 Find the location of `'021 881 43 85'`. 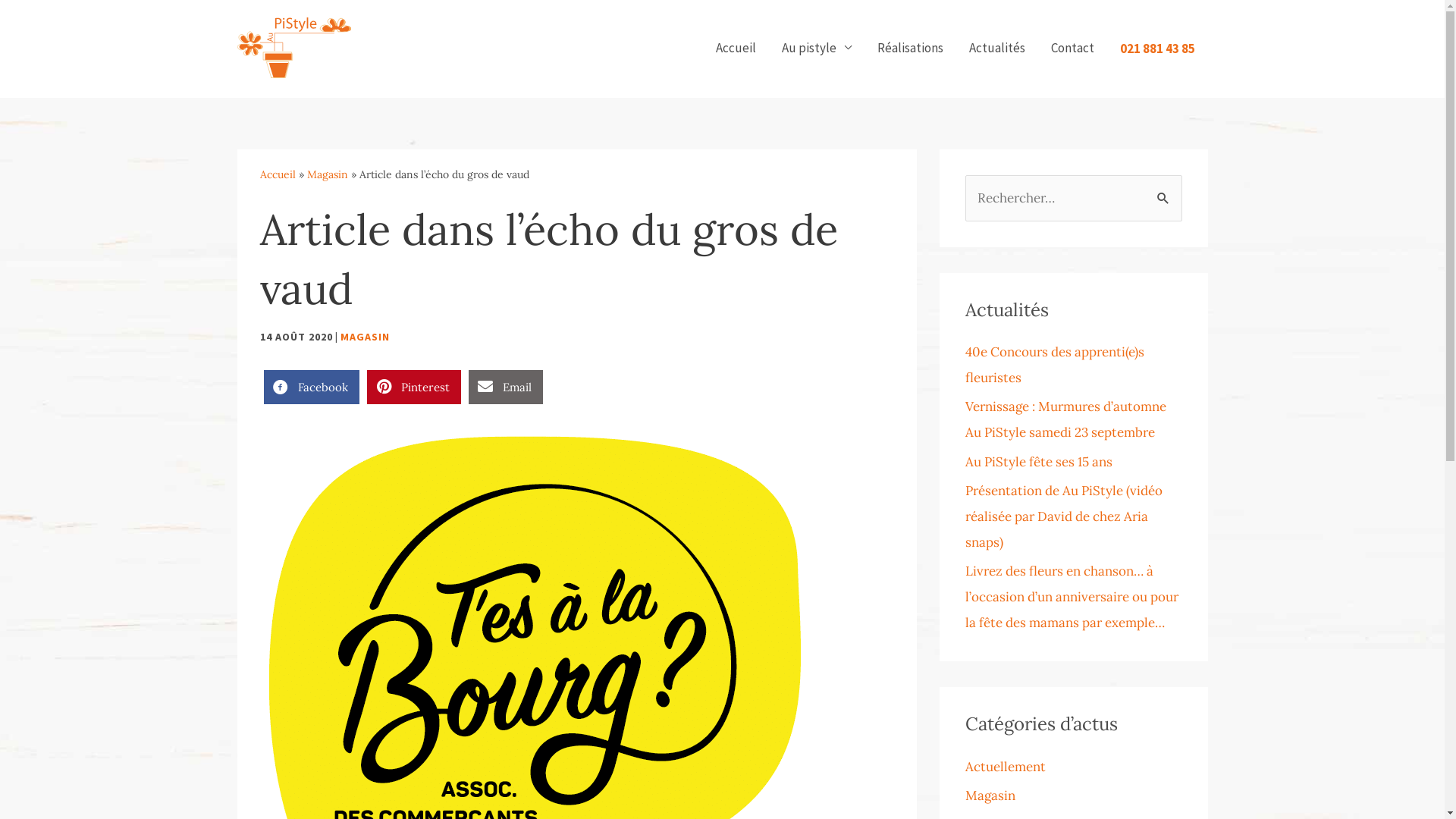

'021 881 43 85' is located at coordinates (1156, 48).